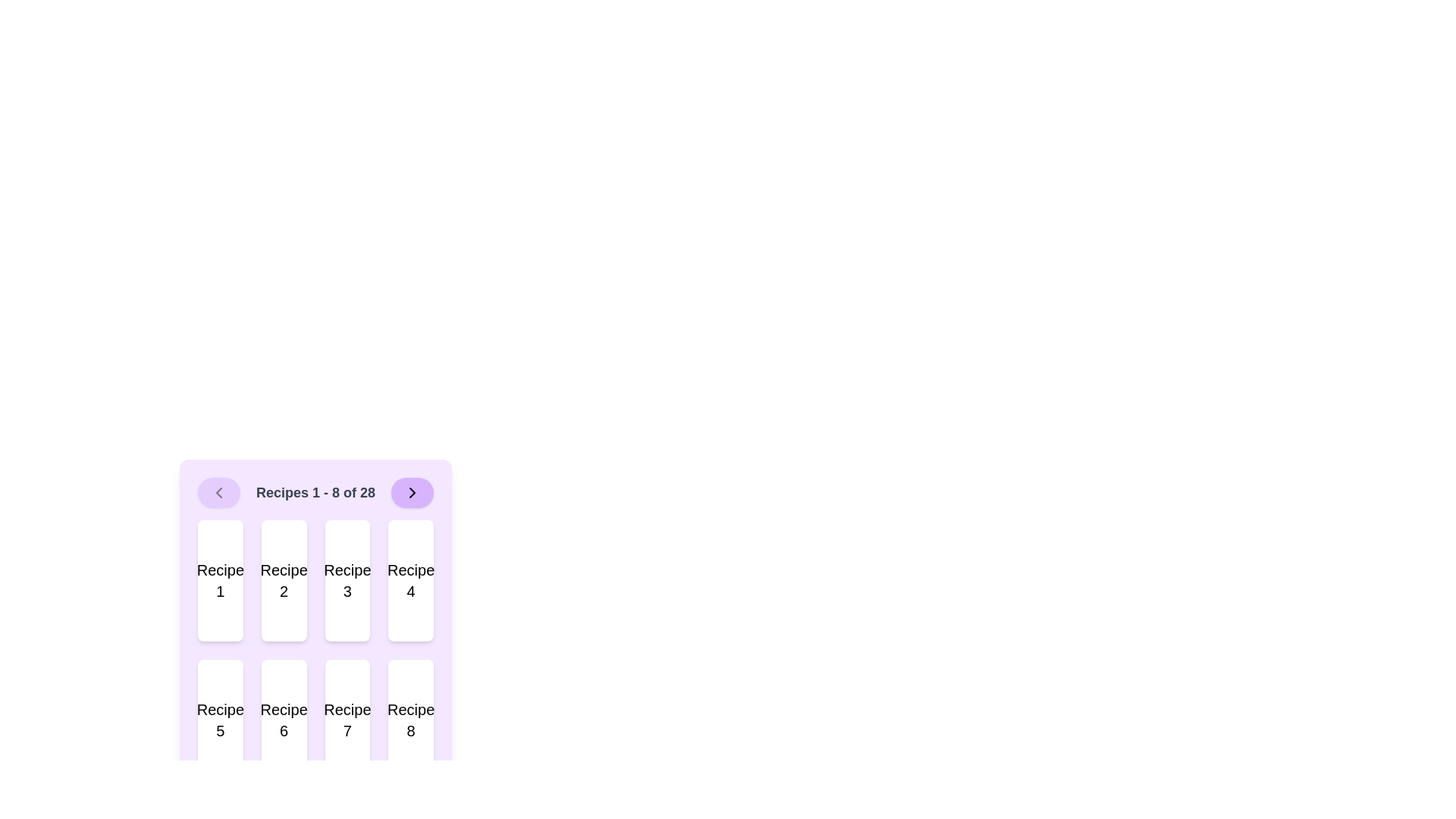  I want to click on the static text component that labels the recipe at the top-left corner of the grid layout of recipe cards, so click(219, 580).